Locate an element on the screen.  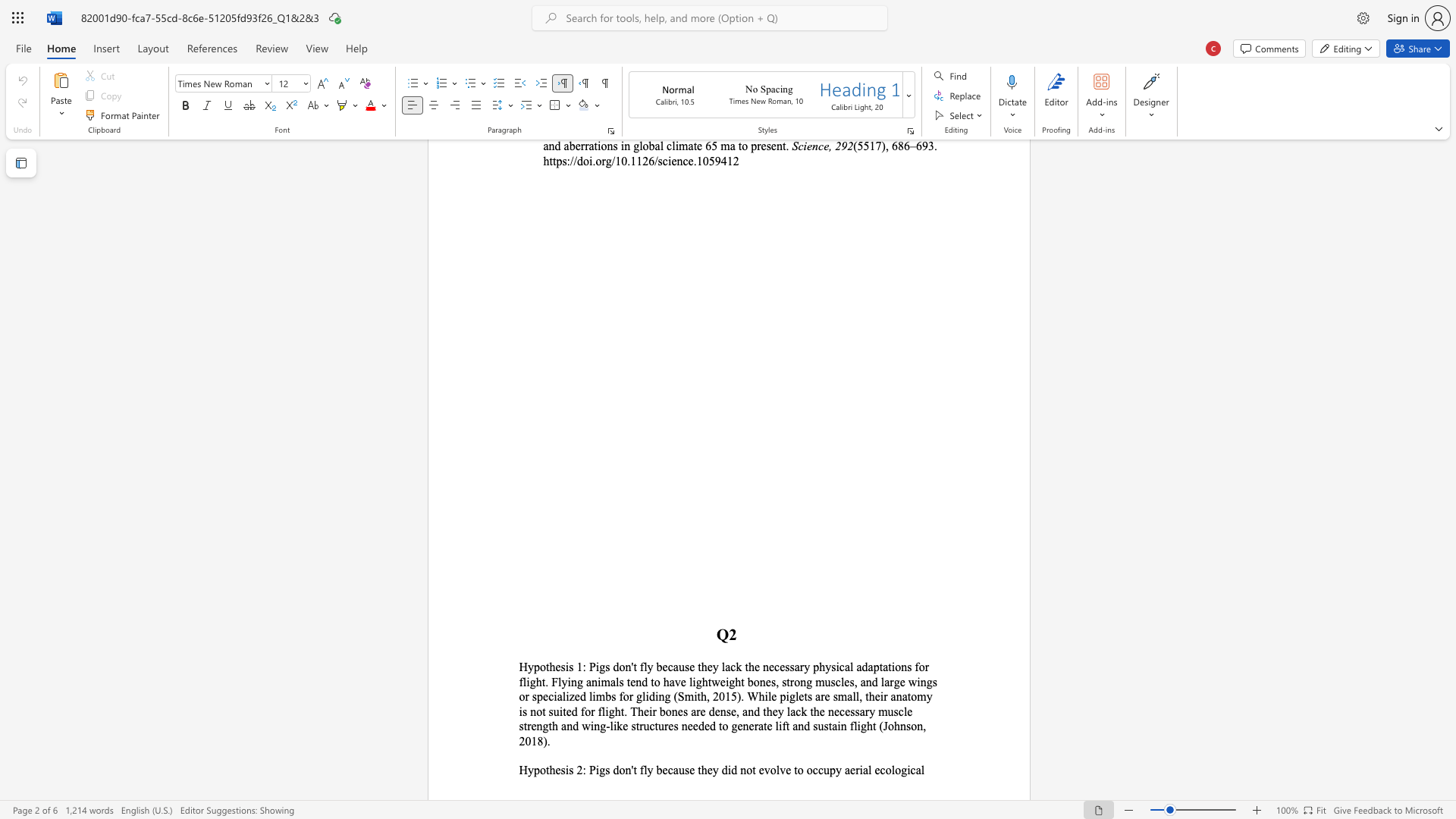
the 1th character "t" in the text is located at coordinates (547, 666).